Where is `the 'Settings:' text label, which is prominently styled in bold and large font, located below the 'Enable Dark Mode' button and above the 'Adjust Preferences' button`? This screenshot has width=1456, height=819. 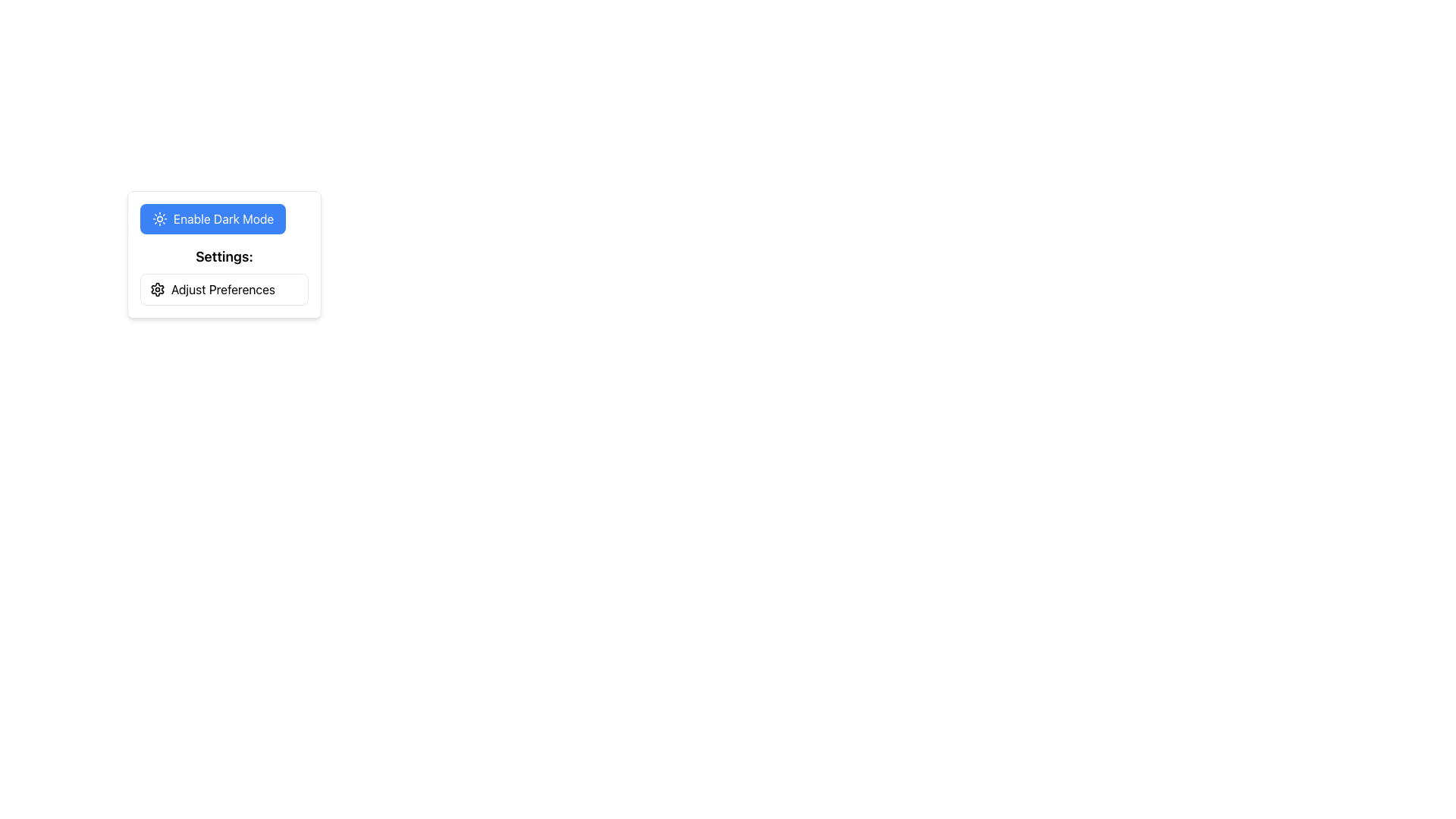 the 'Settings:' text label, which is prominently styled in bold and large font, located below the 'Enable Dark Mode' button and above the 'Adjust Preferences' button is located at coordinates (224, 256).